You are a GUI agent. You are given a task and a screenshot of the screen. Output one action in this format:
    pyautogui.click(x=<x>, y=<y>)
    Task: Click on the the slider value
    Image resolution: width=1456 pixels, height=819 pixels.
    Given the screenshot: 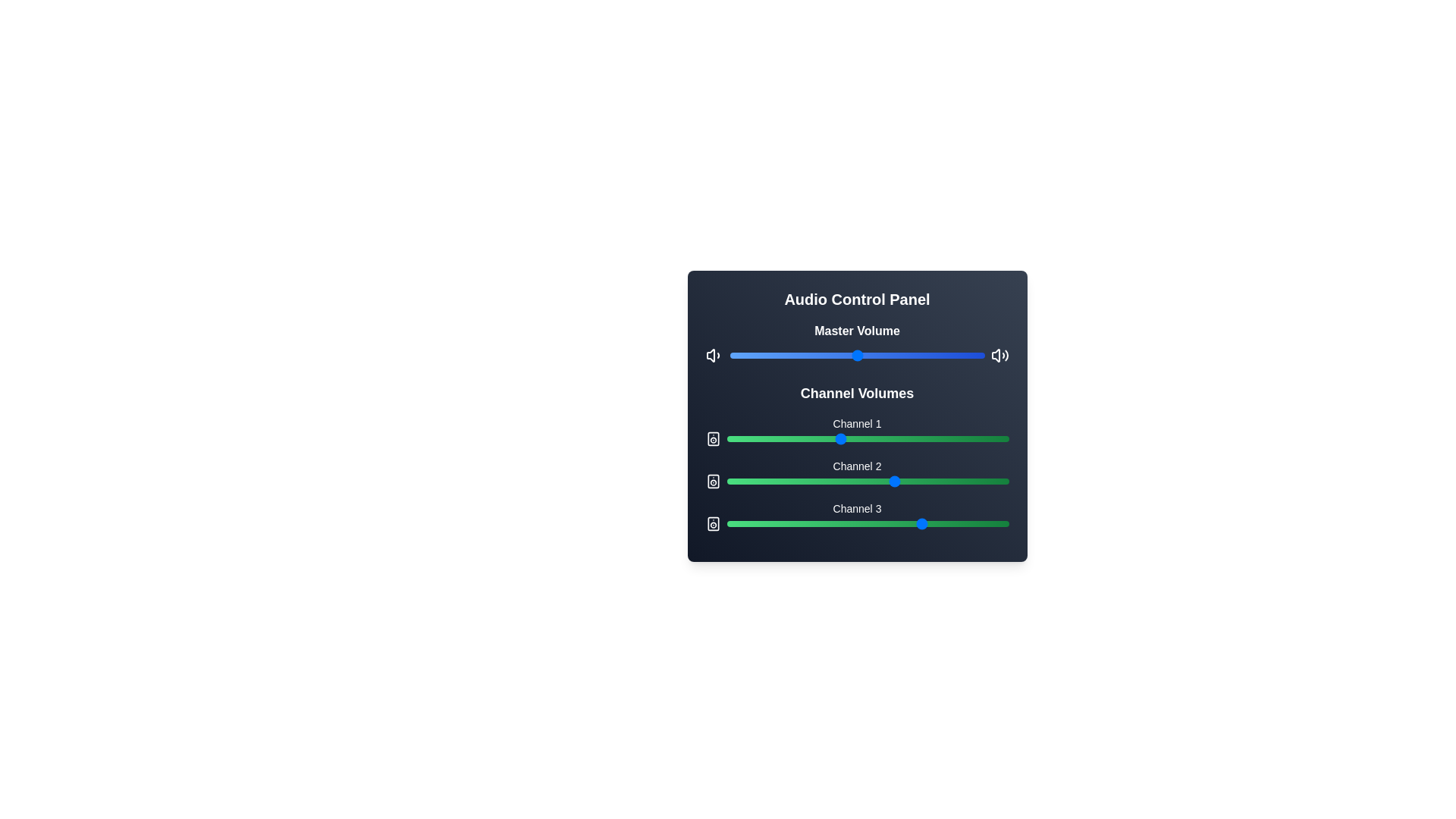 What is the action you would take?
    pyautogui.click(x=851, y=482)
    